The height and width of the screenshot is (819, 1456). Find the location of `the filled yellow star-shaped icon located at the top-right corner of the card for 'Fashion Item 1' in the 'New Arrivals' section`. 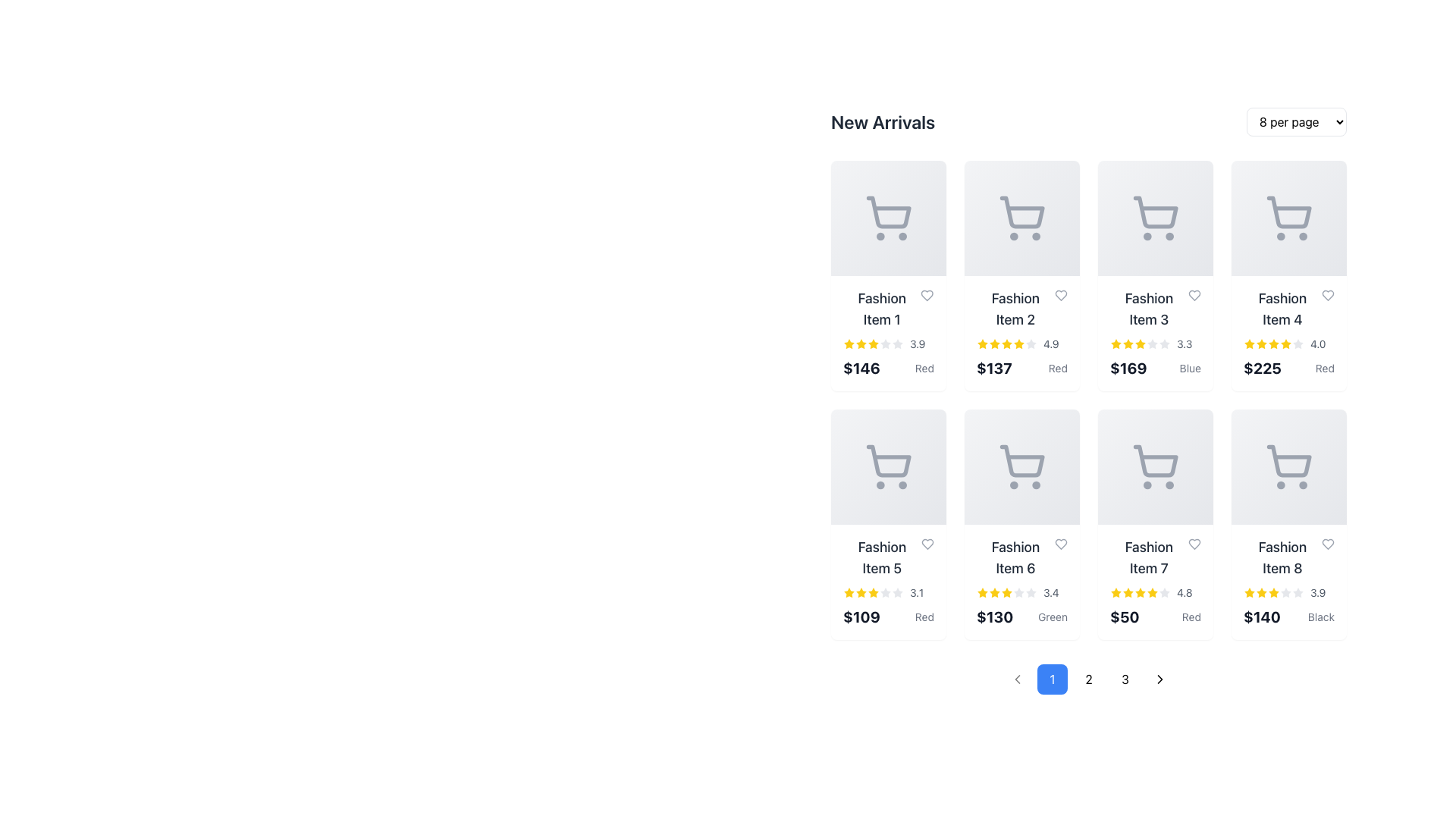

the filled yellow star-shaped icon located at the top-right corner of the card for 'Fashion Item 1' in the 'New Arrivals' section is located at coordinates (1116, 344).